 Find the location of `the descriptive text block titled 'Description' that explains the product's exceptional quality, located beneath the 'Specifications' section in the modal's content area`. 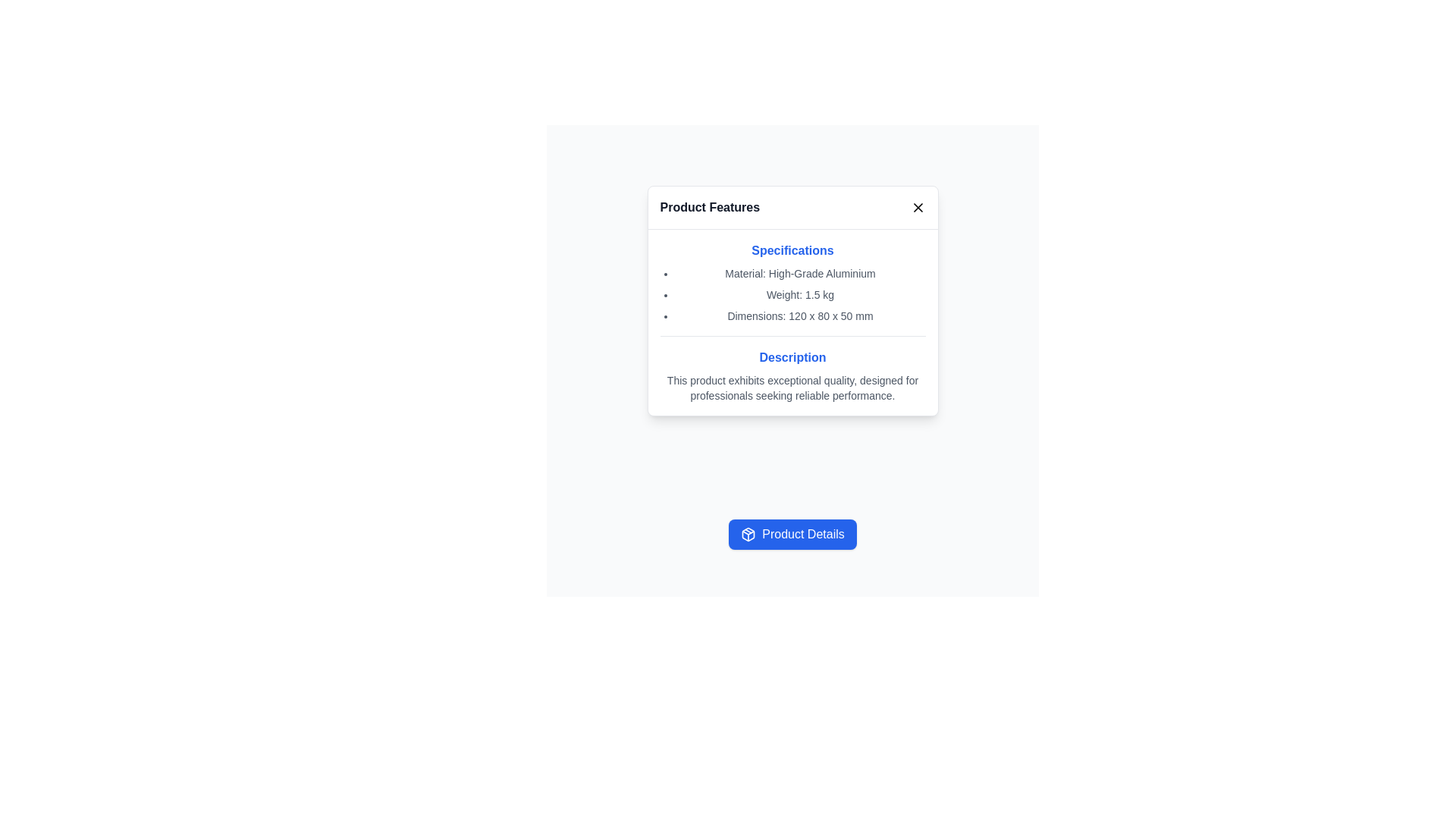

the descriptive text block titled 'Description' that explains the product's exceptional quality, located beneath the 'Specifications' section in the modal's content area is located at coordinates (792, 369).